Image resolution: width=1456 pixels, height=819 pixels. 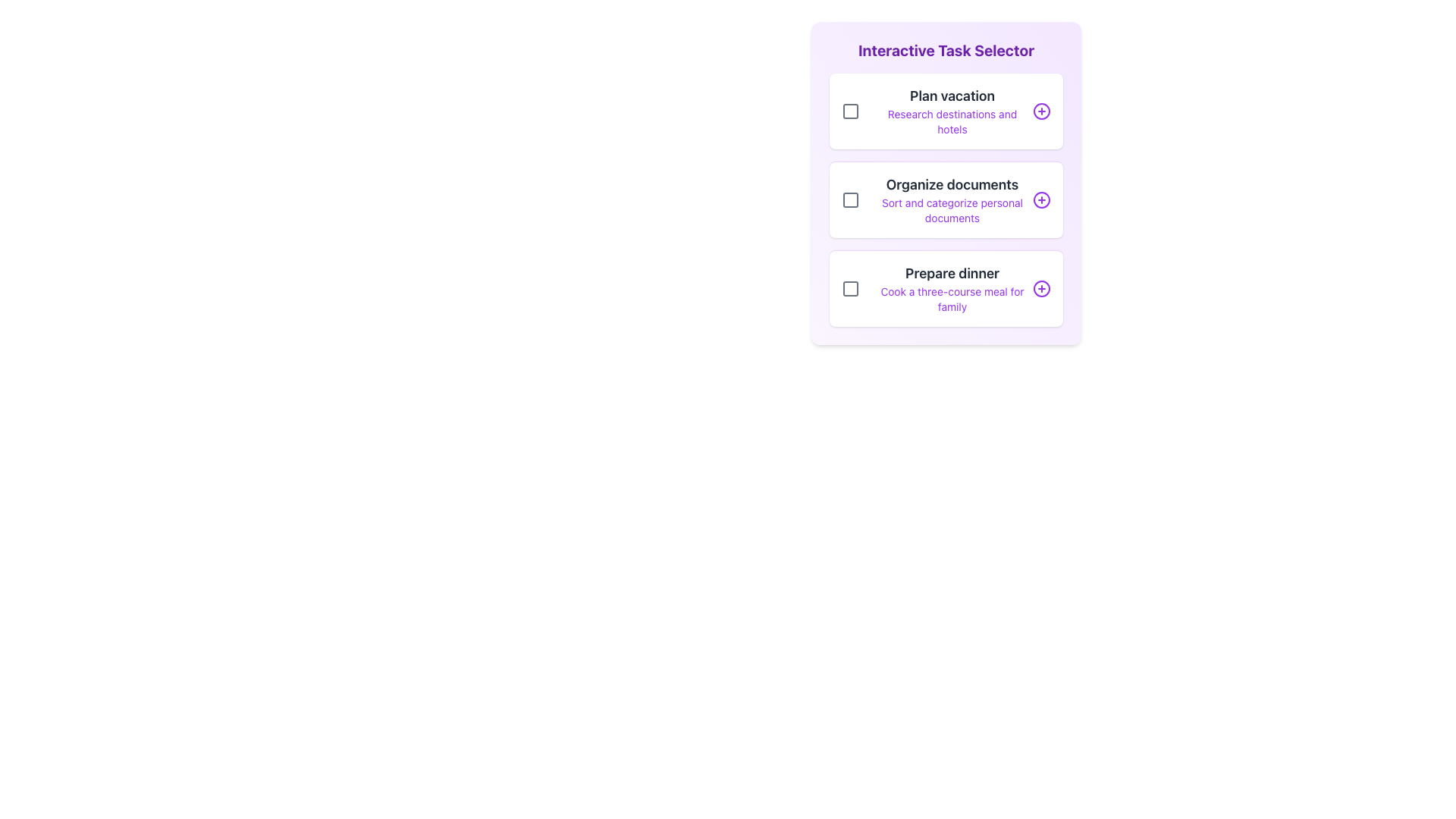 I want to click on the purple SVG Circle Element, which is part of the interactive task list and located to the right of the 'Plan vacation' task, so click(x=1040, y=110).